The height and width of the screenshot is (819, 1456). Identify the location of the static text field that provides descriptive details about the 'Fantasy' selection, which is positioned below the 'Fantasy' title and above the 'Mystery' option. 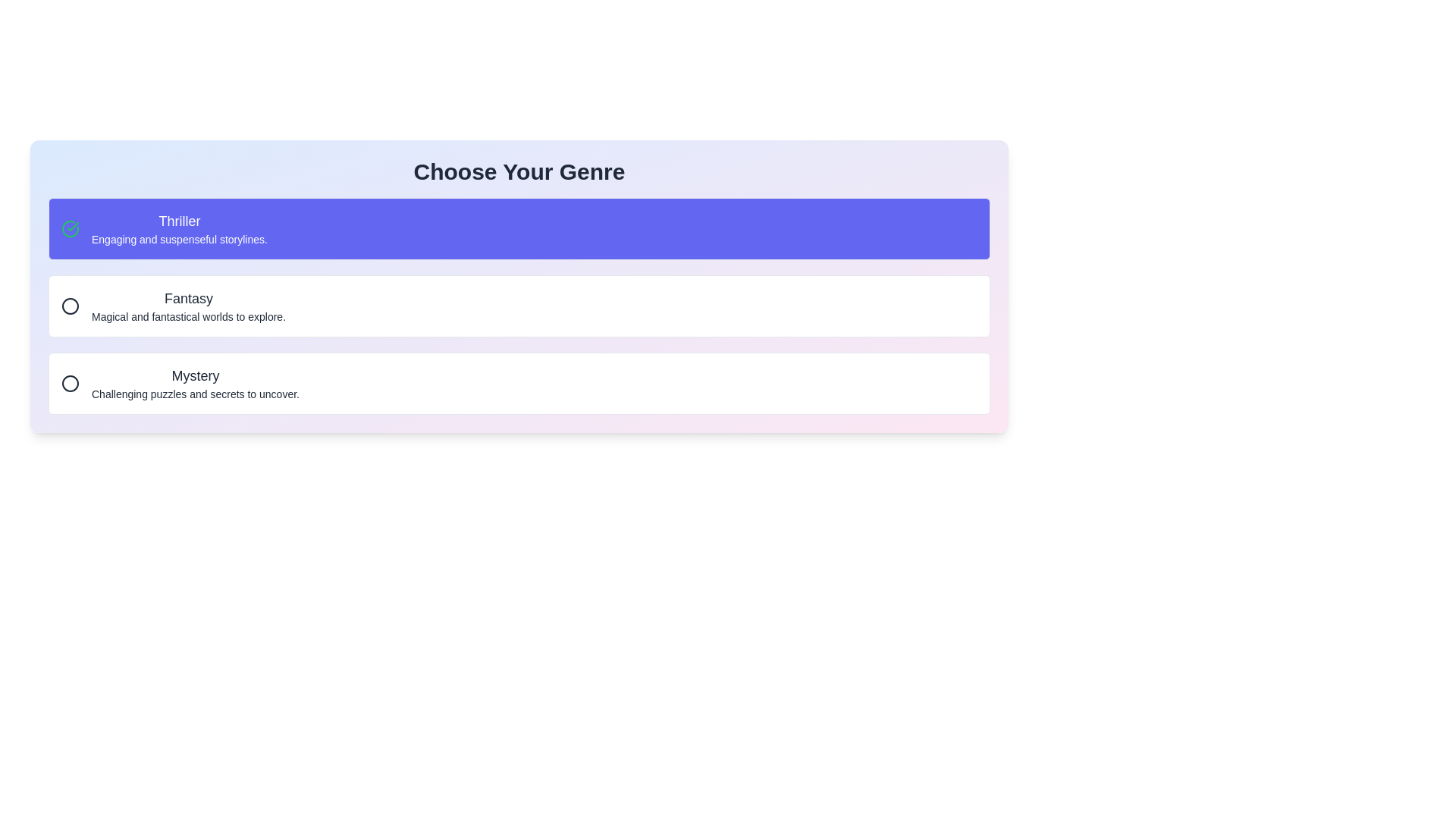
(188, 315).